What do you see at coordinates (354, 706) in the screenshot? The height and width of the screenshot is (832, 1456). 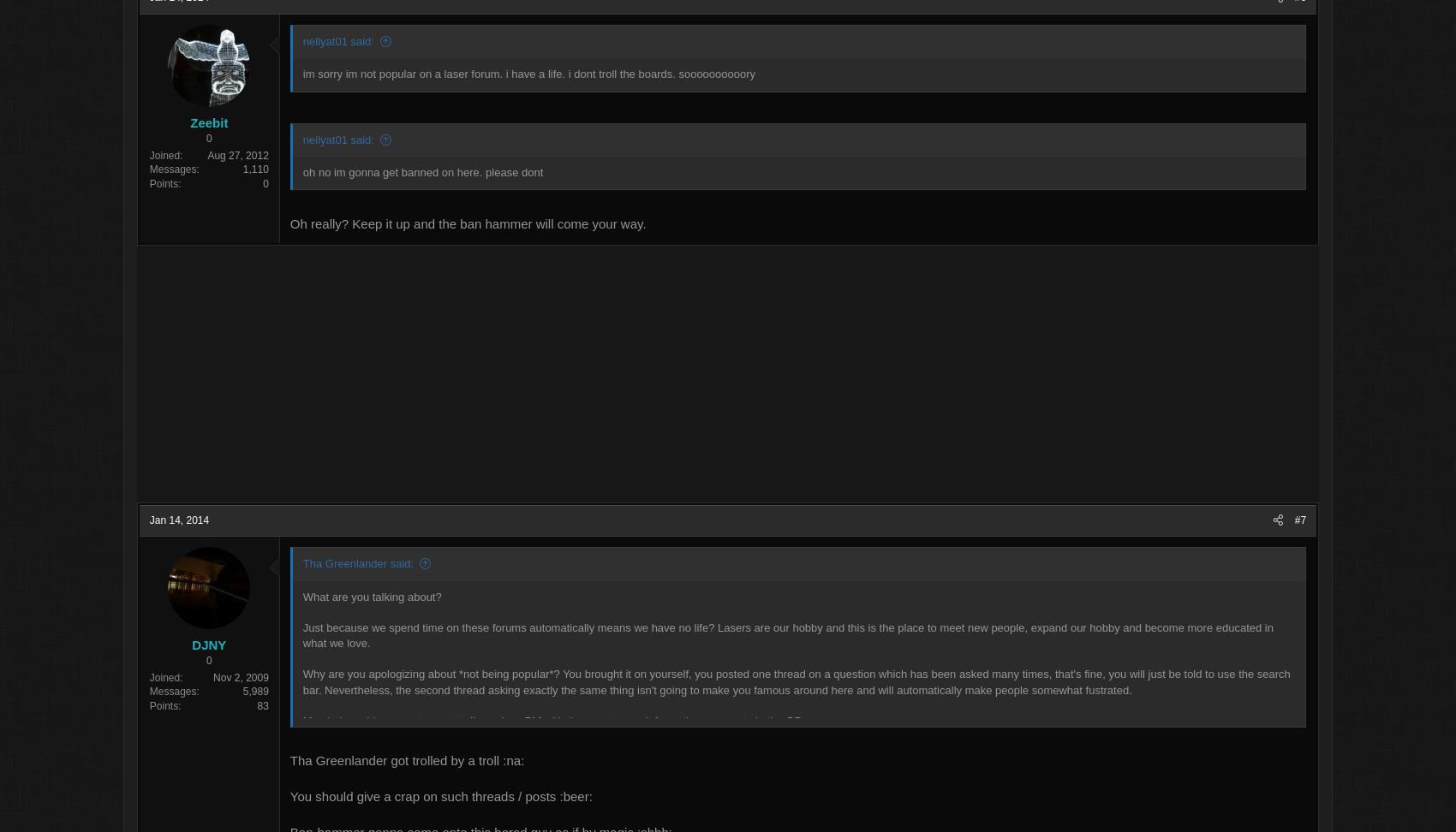 I see `'83'` at bounding box center [354, 706].